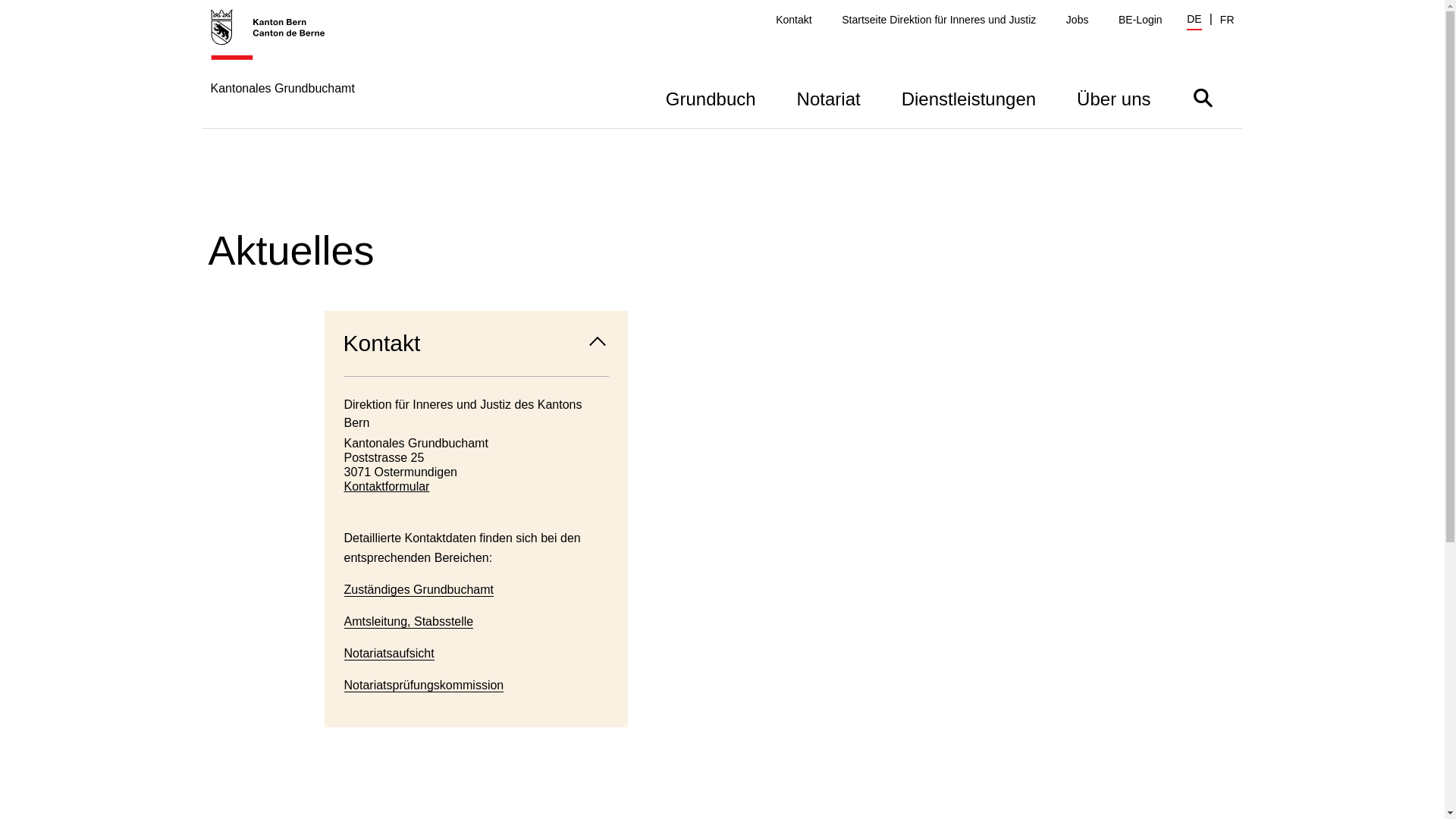 Image resolution: width=1456 pixels, height=819 pixels. What do you see at coordinates (792, 20) in the screenshot?
I see `'Kontakt'` at bounding box center [792, 20].